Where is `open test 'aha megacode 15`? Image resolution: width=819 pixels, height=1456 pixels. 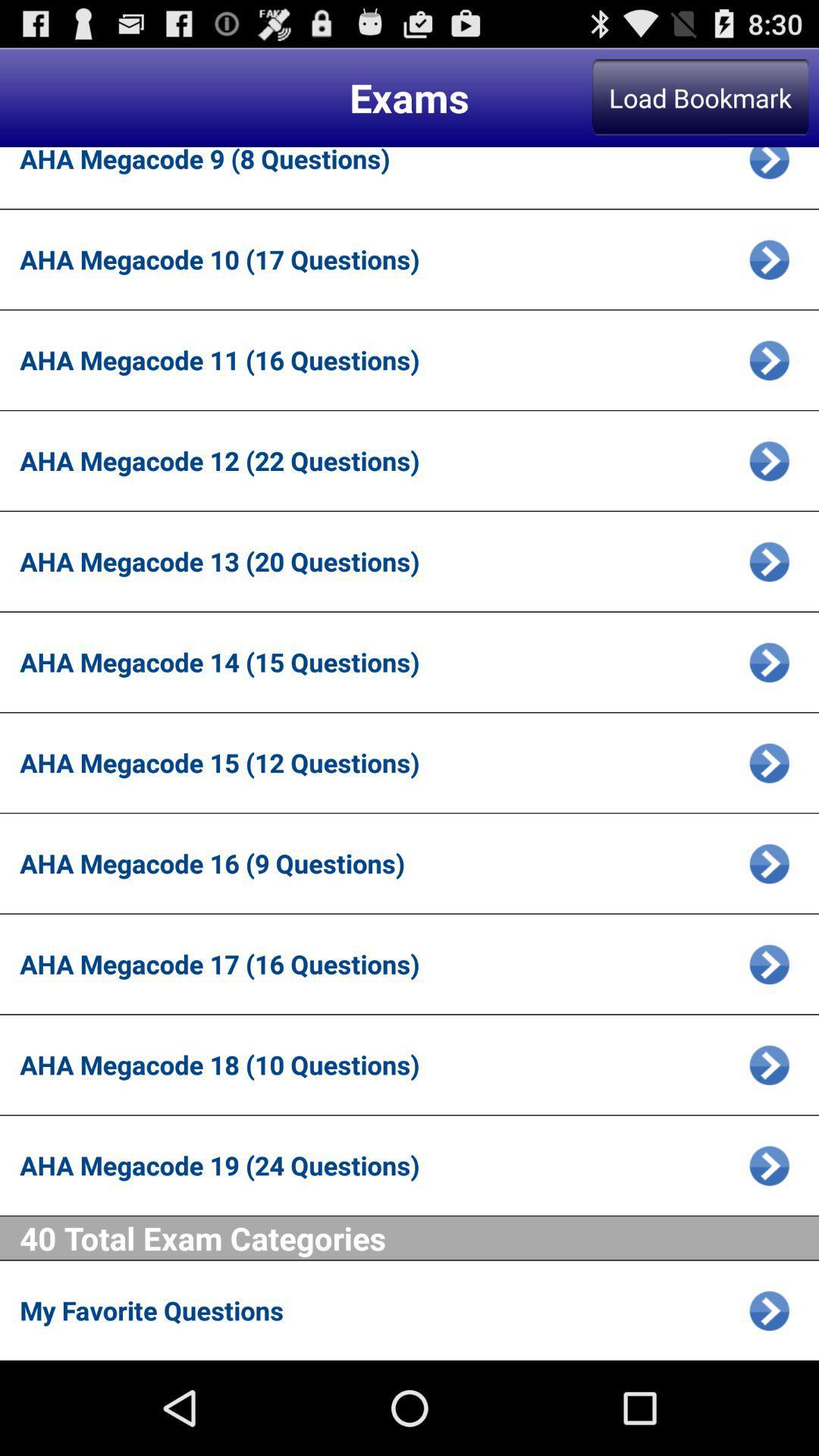
open test 'aha megacode 15 is located at coordinates (769, 763).